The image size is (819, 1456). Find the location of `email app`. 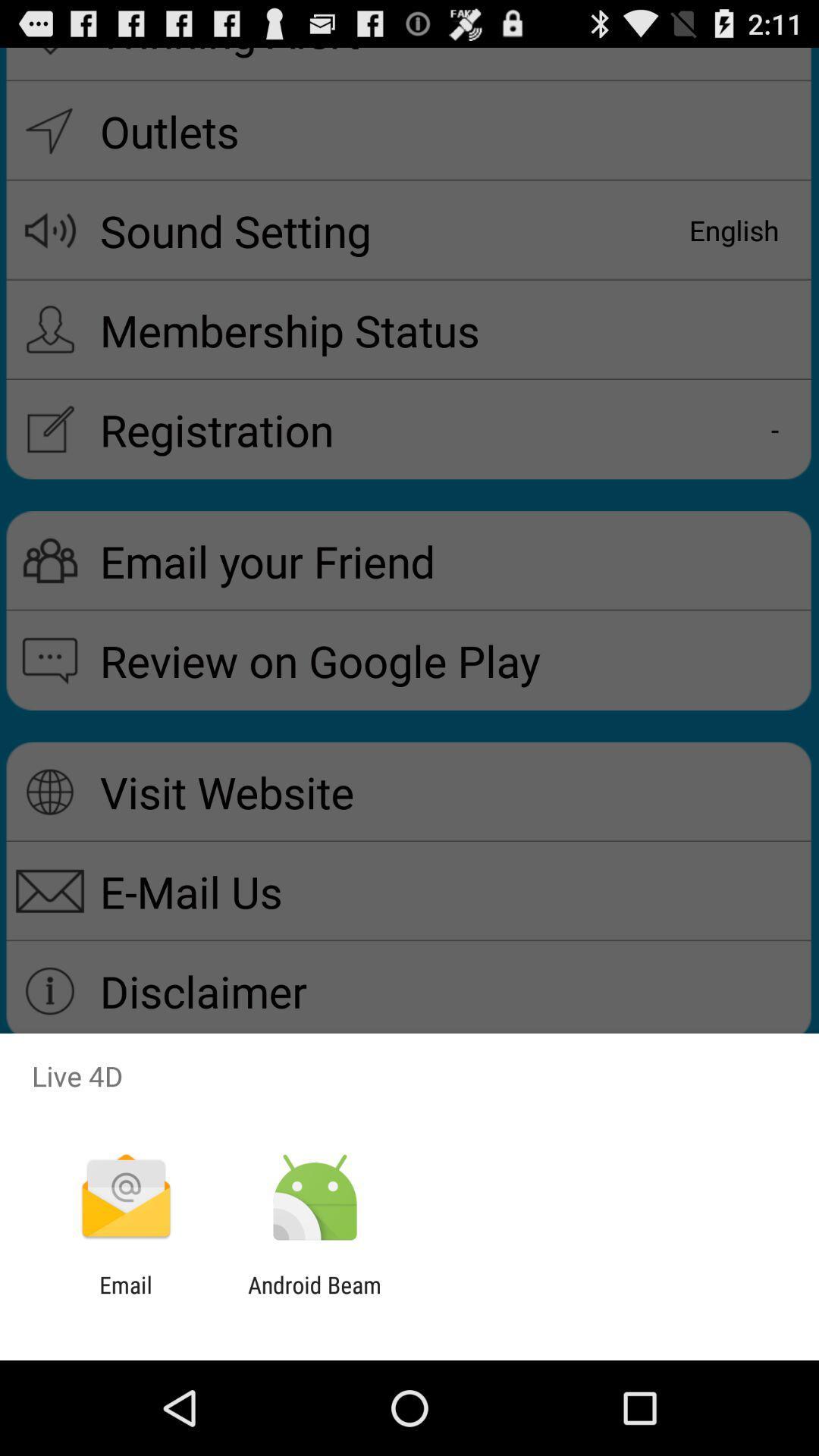

email app is located at coordinates (125, 1298).